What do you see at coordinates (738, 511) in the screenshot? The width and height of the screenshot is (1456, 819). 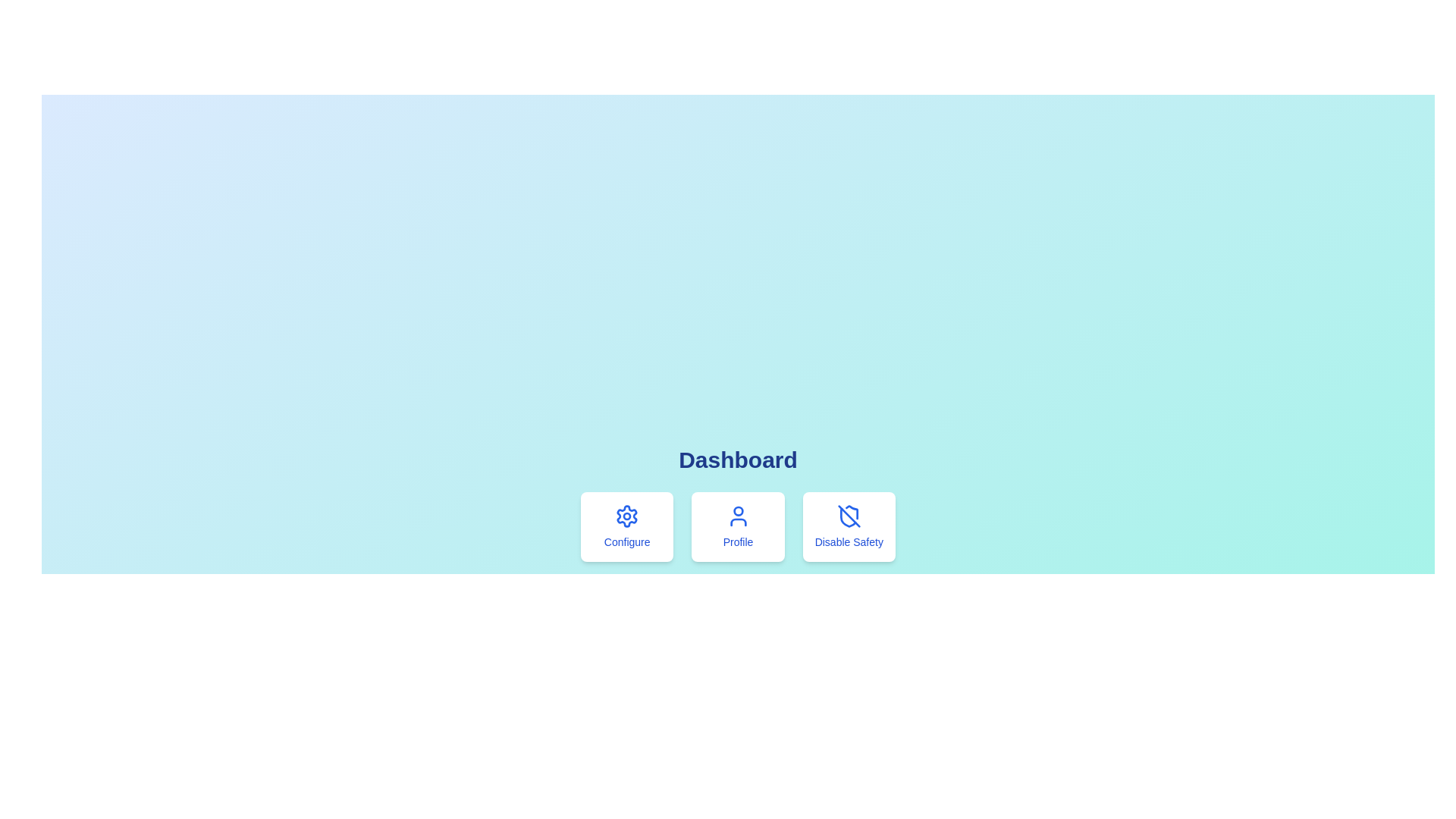 I see `the appearance of the circular component representing the user profile head in the middle button of the three-button row labeled 'Configure,' 'Profile,' and 'Disable Safety.'` at bounding box center [738, 511].